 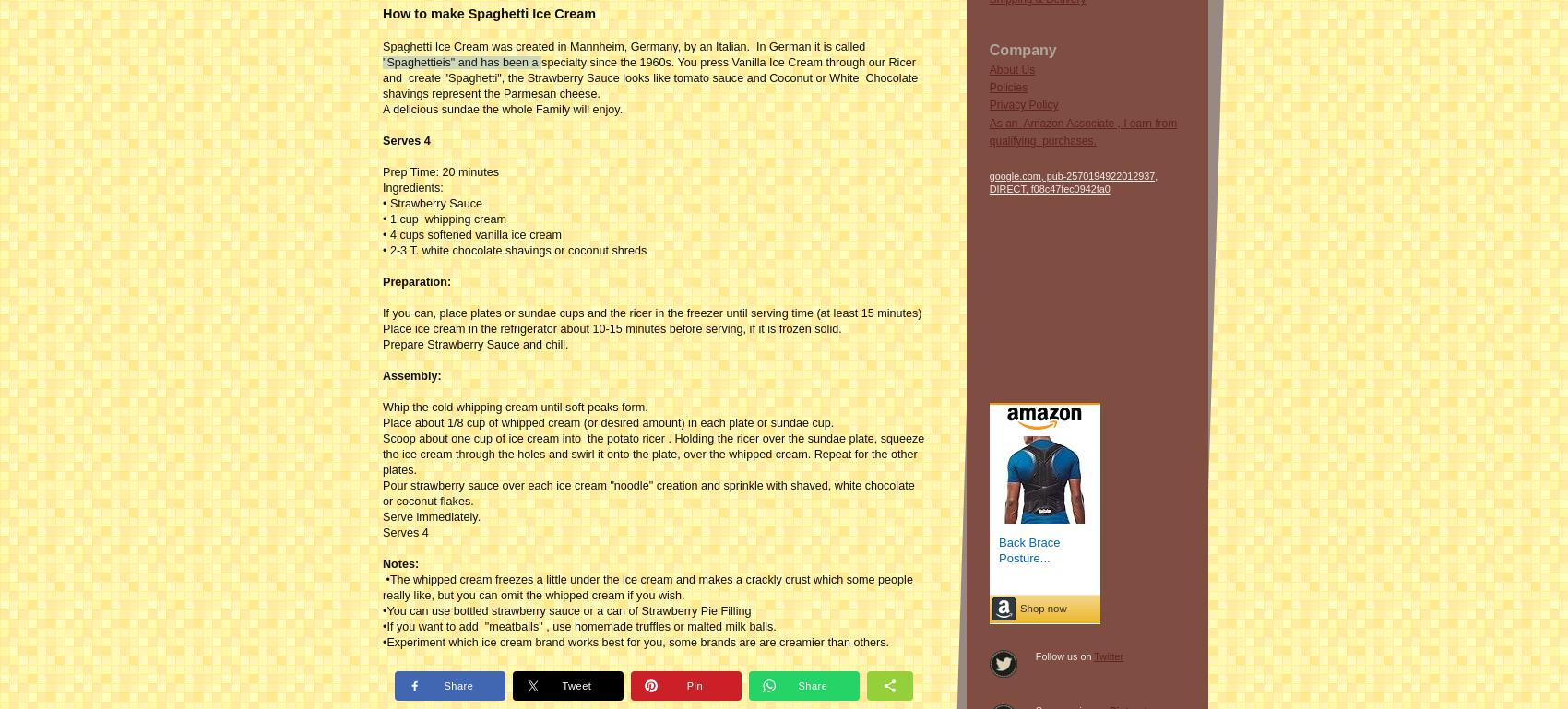 I want to click on 'Scoop about one cup of ice cream into  the potato ricer . Holding the ricer over the sundae plate, squeeze the ice cream through the holes and swirl it onto the plate, over the whipped cream.
Repeat for the other plates.', so click(x=653, y=453).